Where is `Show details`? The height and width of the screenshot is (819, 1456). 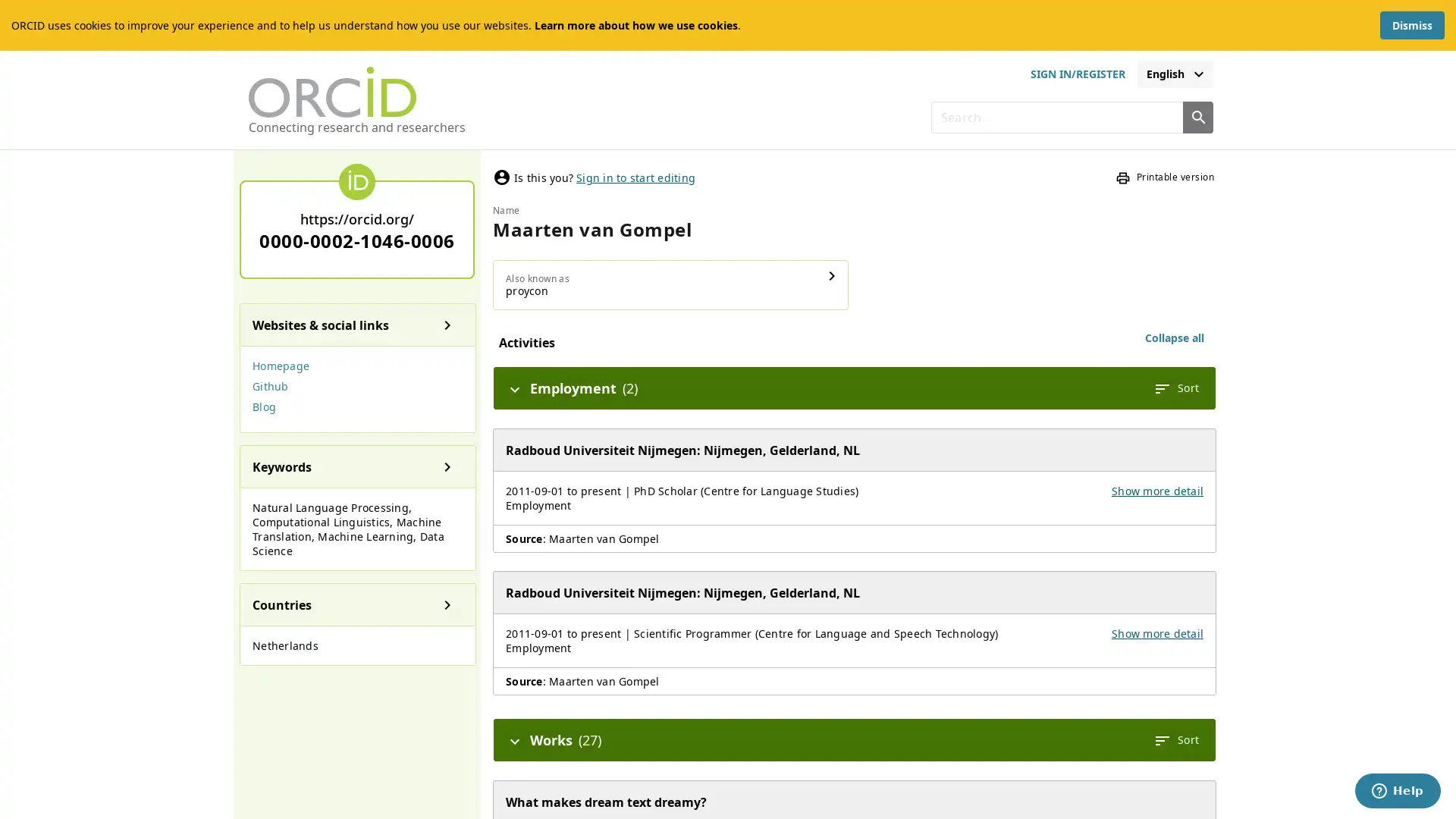
Show details is located at coordinates (447, 604).